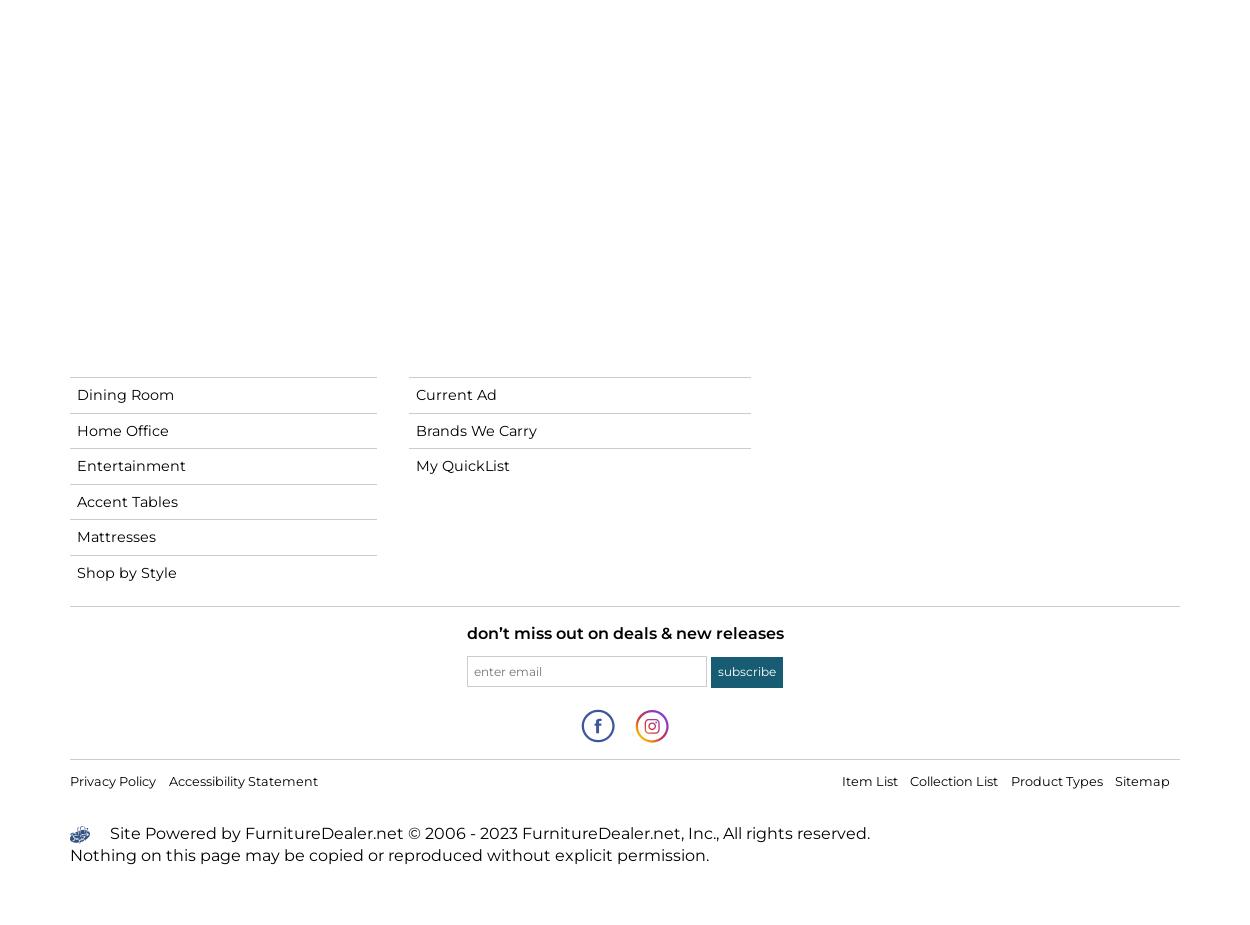  Describe the element at coordinates (121, 323) in the screenshot. I see `'Living Room'` at that location.